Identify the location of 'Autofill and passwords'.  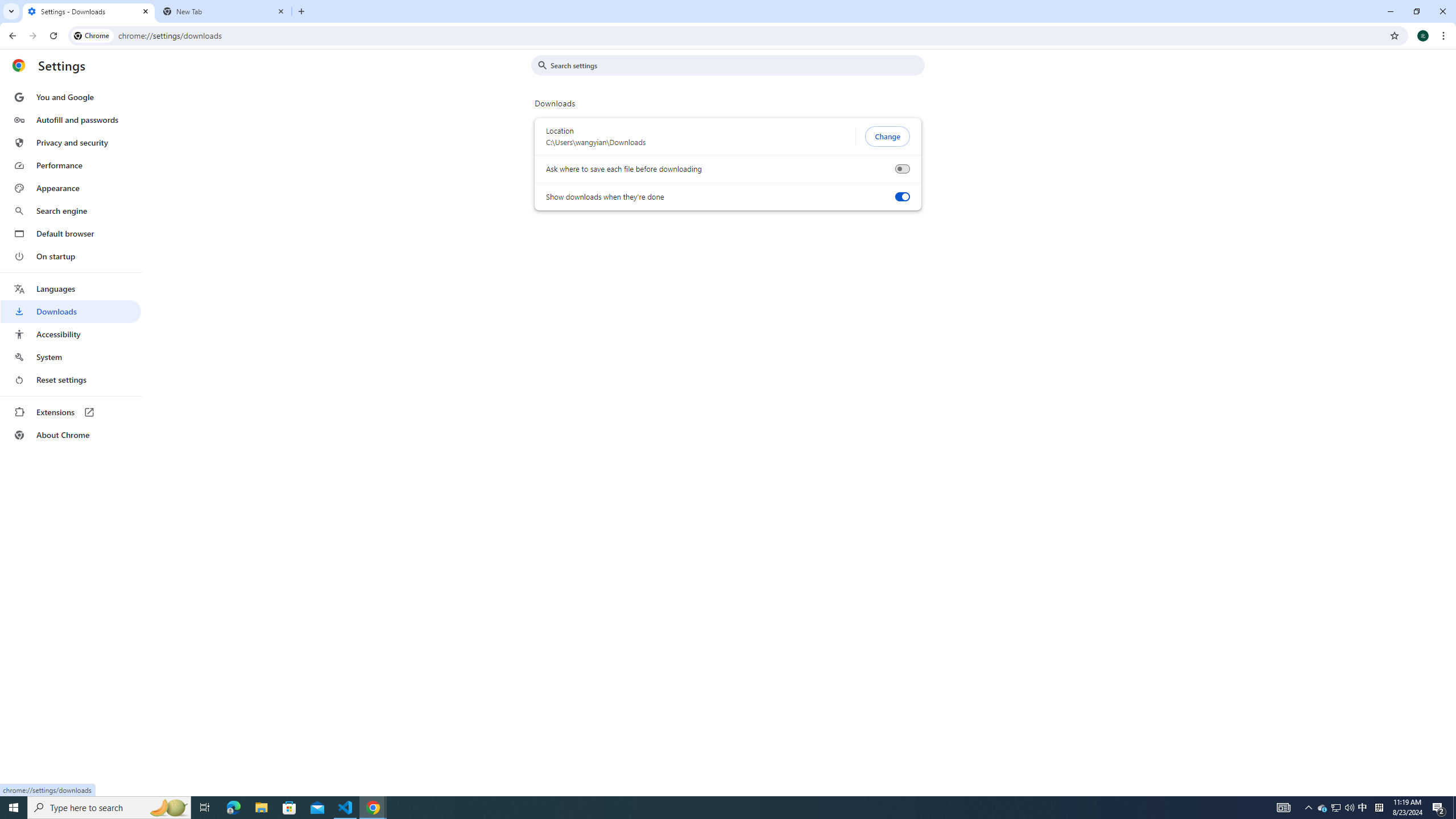
(70, 119).